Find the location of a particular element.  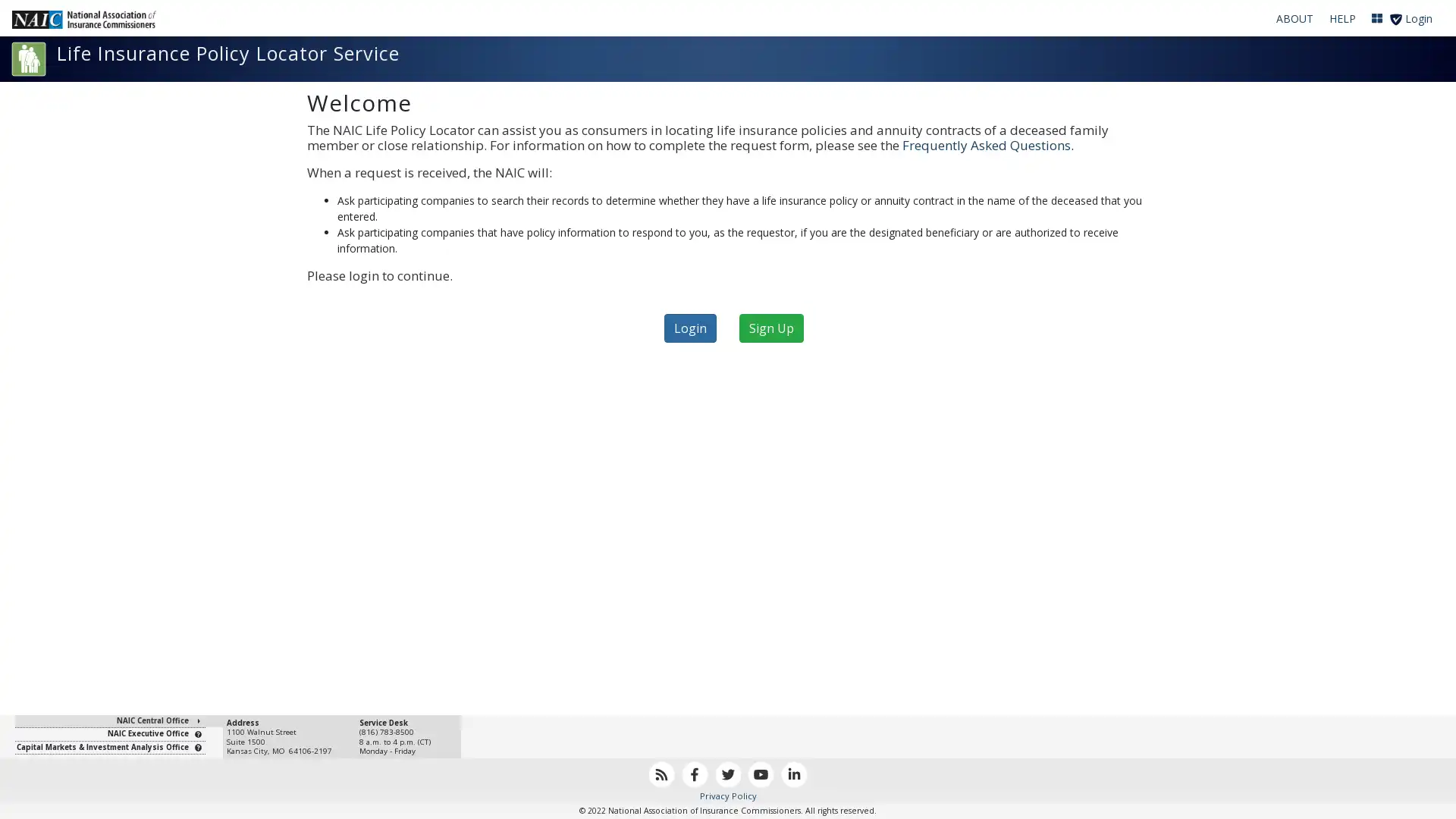

Login is located at coordinates (689, 327).